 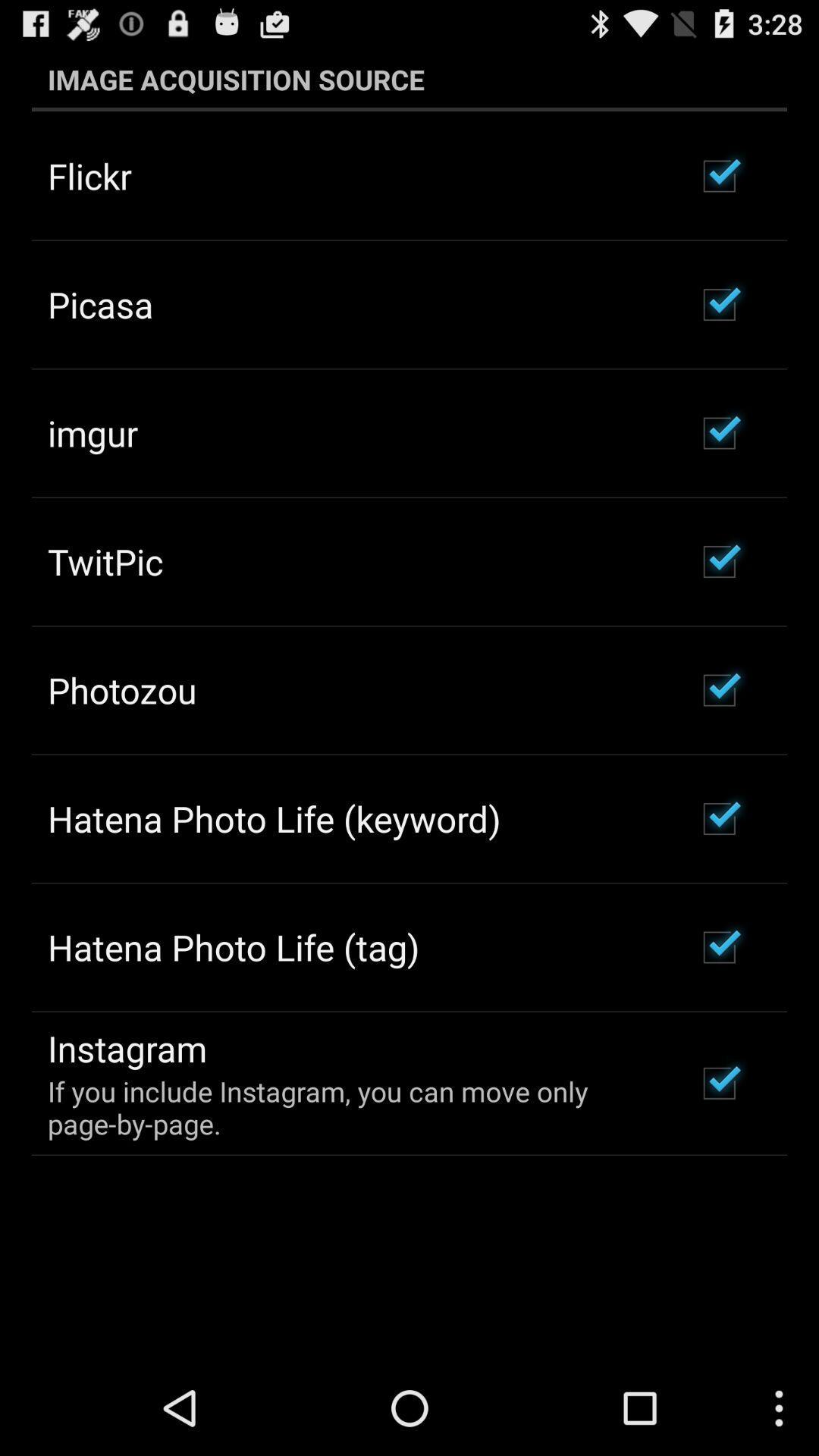 I want to click on the flickr app, so click(x=89, y=176).